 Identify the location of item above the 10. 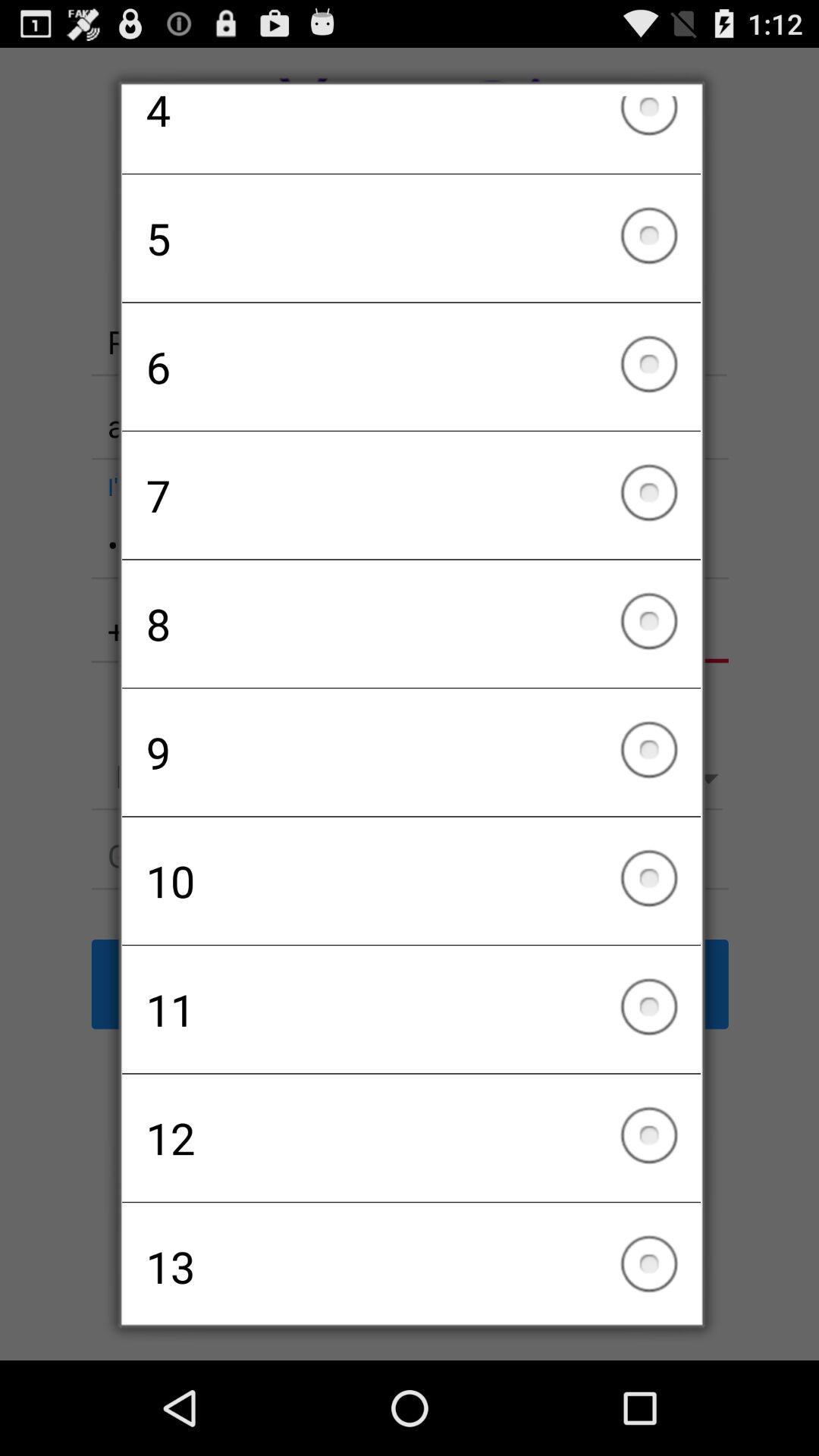
(411, 752).